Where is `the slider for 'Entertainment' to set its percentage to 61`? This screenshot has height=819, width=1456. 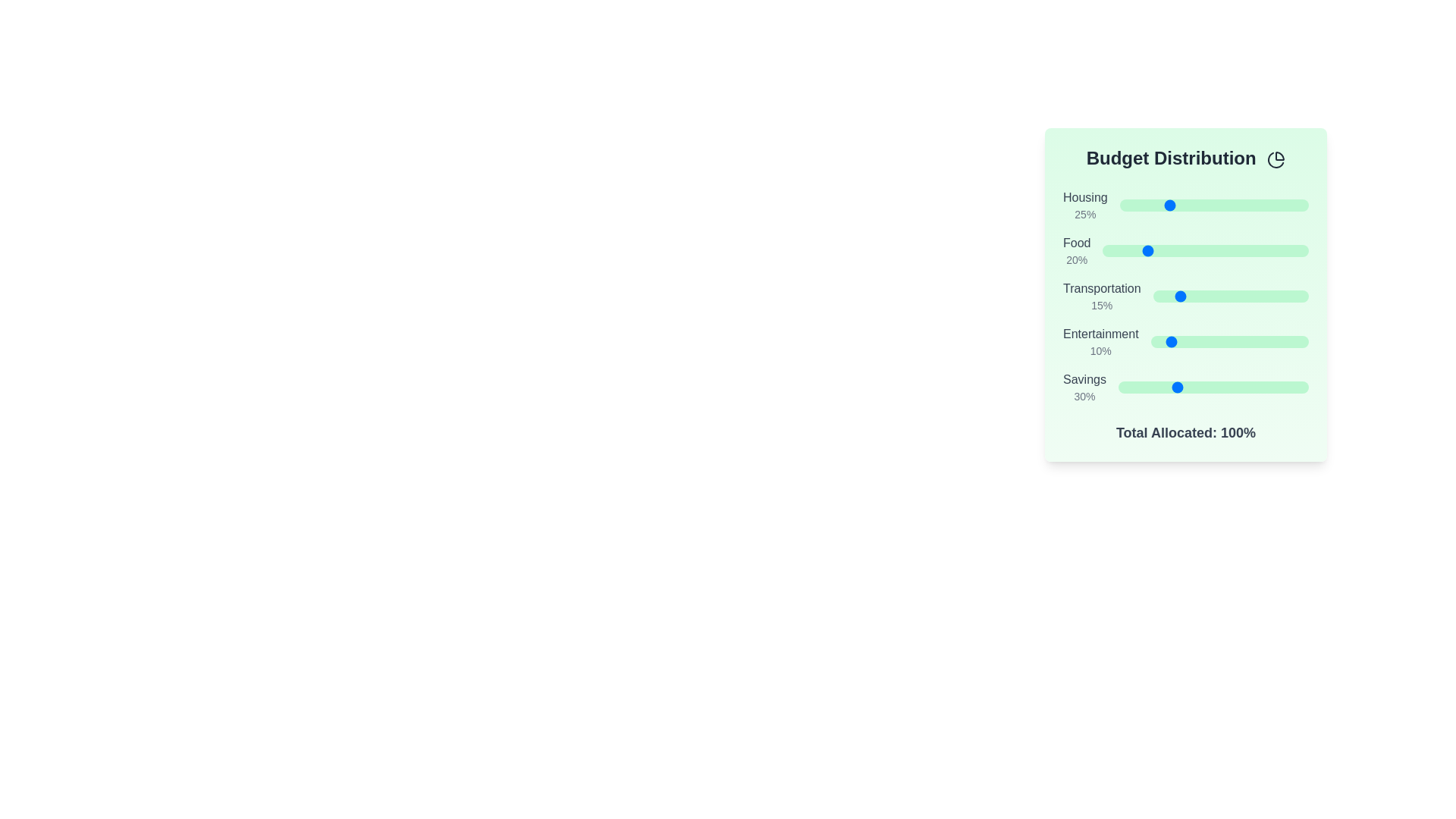 the slider for 'Entertainment' to set its percentage to 61 is located at coordinates (1247, 342).